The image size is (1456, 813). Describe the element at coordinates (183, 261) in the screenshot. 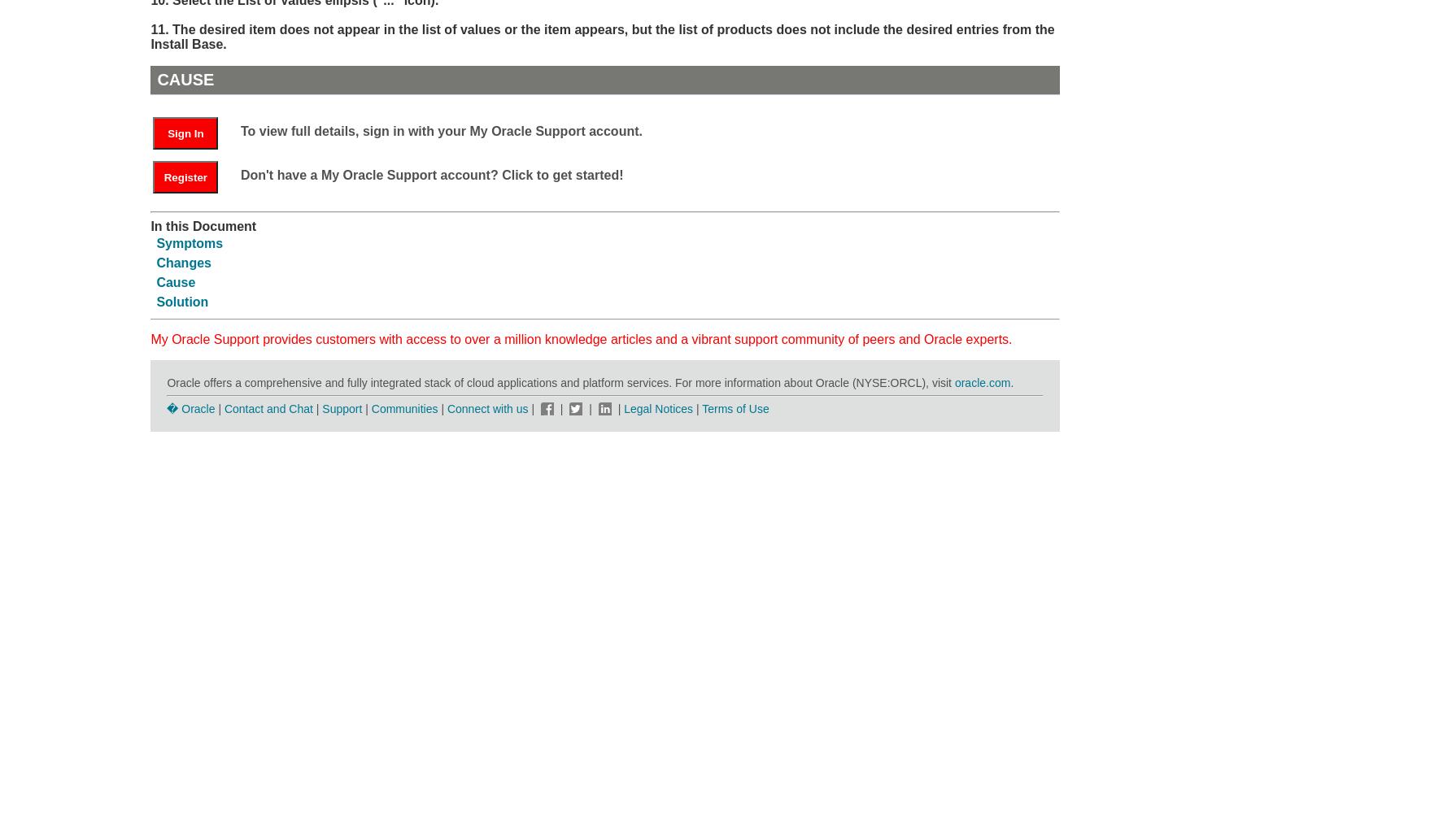

I see `'Changes'` at that location.